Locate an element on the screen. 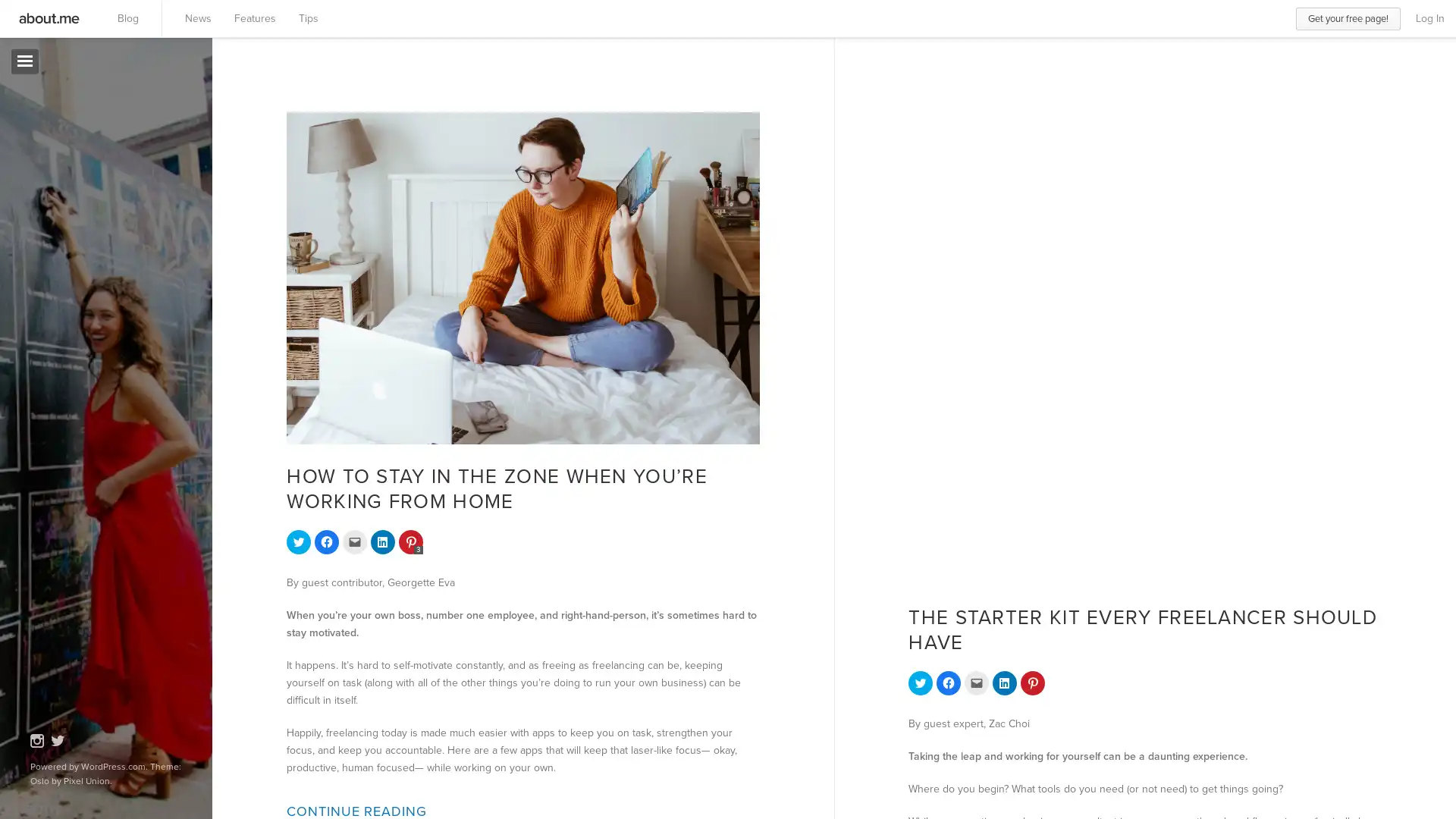  Subscribe is located at coordinates (61, 374).